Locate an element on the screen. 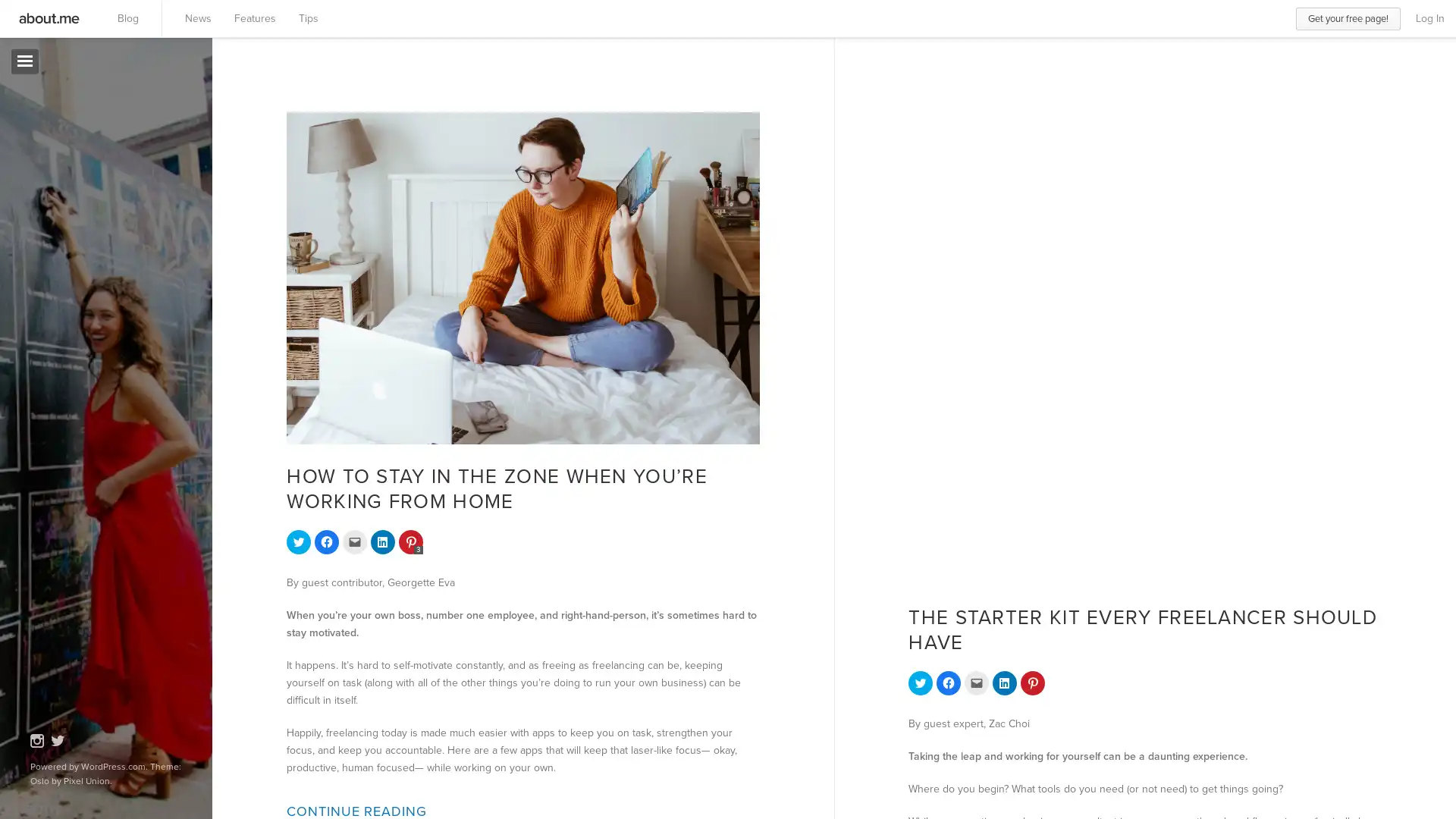  Subscribe is located at coordinates (61, 374).